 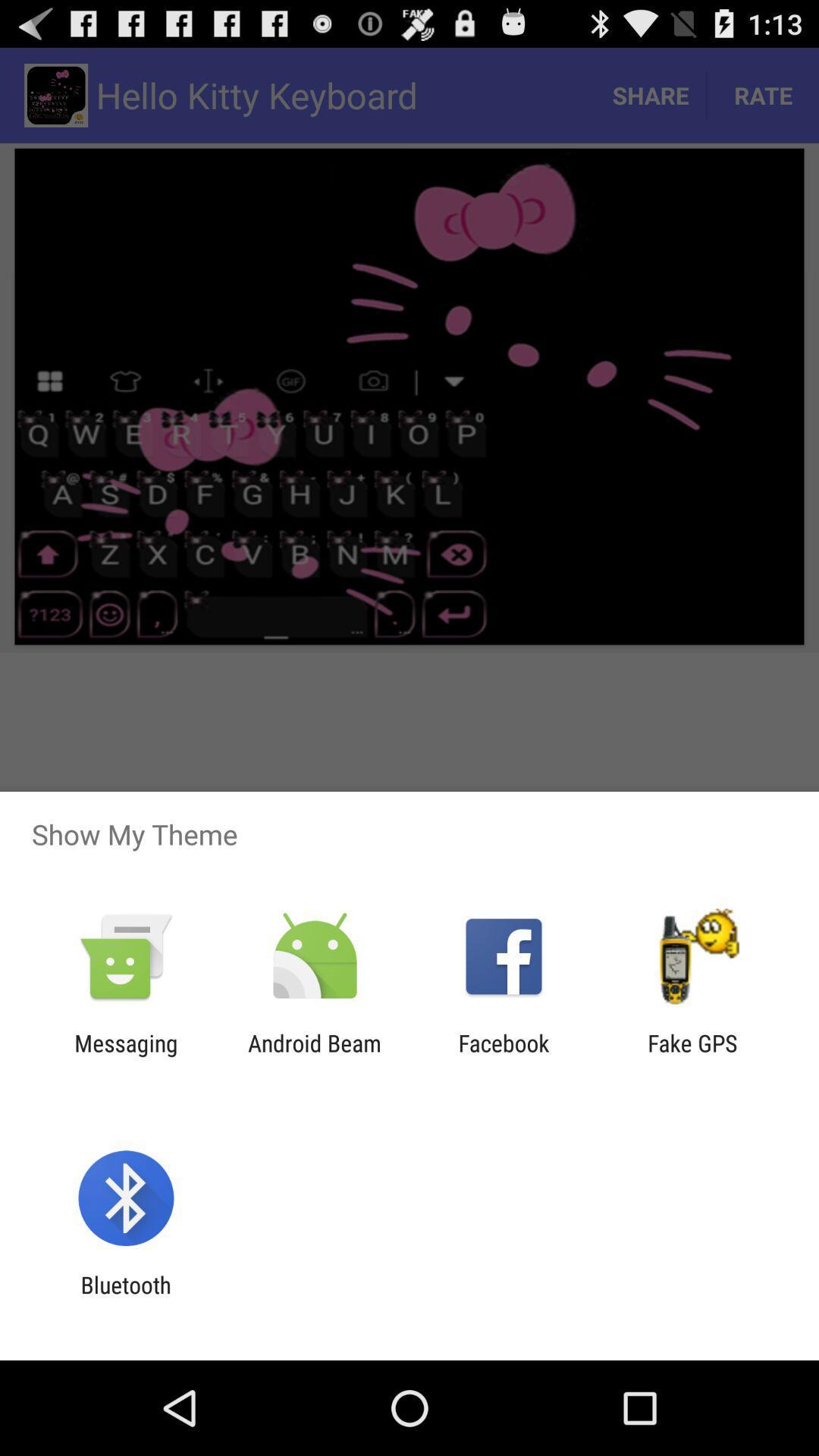 I want to click on icon next to facebook item, so click(x=692, y=1056).